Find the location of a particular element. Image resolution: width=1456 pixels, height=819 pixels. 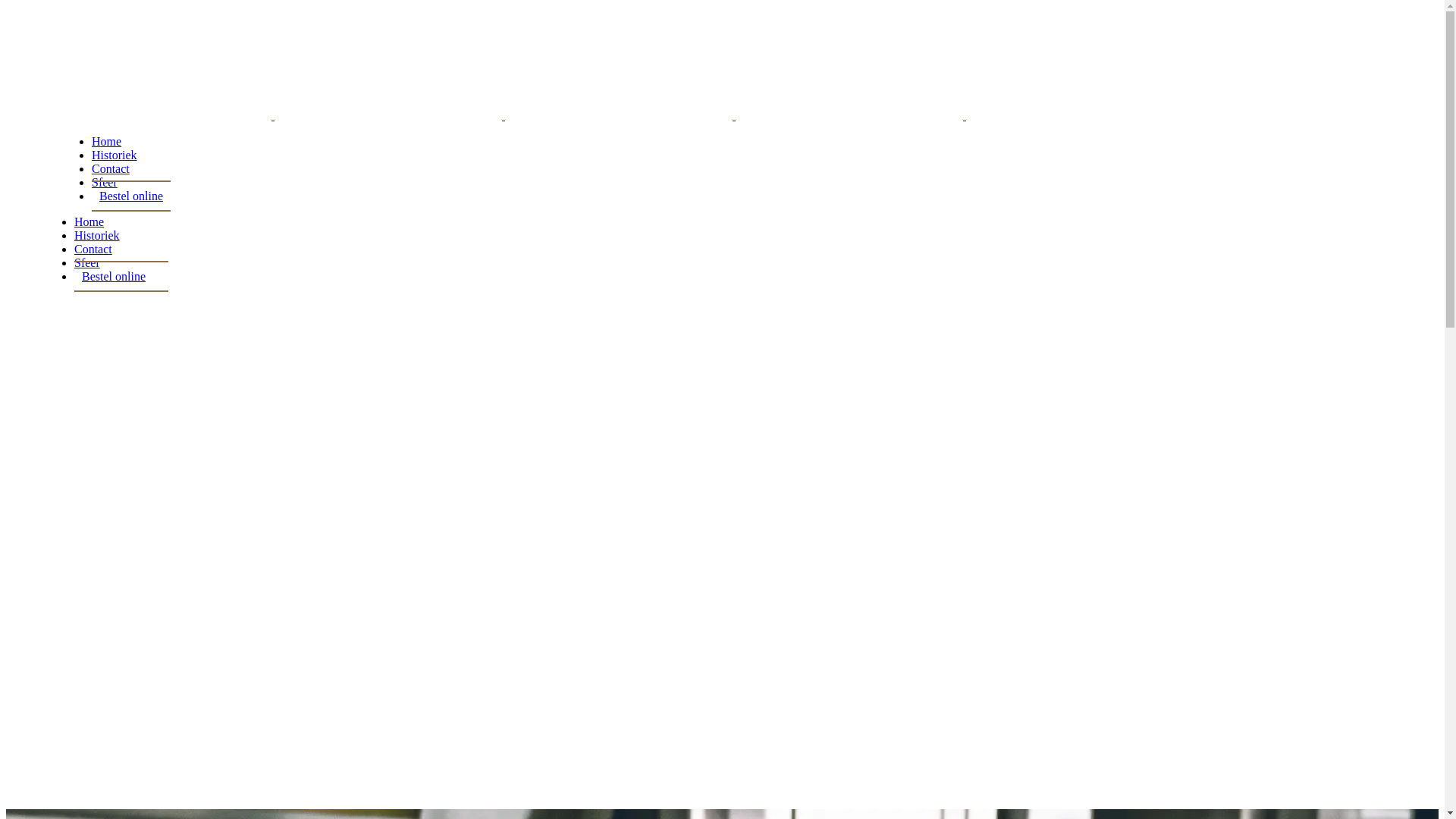

'Historiek' is located at coordinates (96, 235).